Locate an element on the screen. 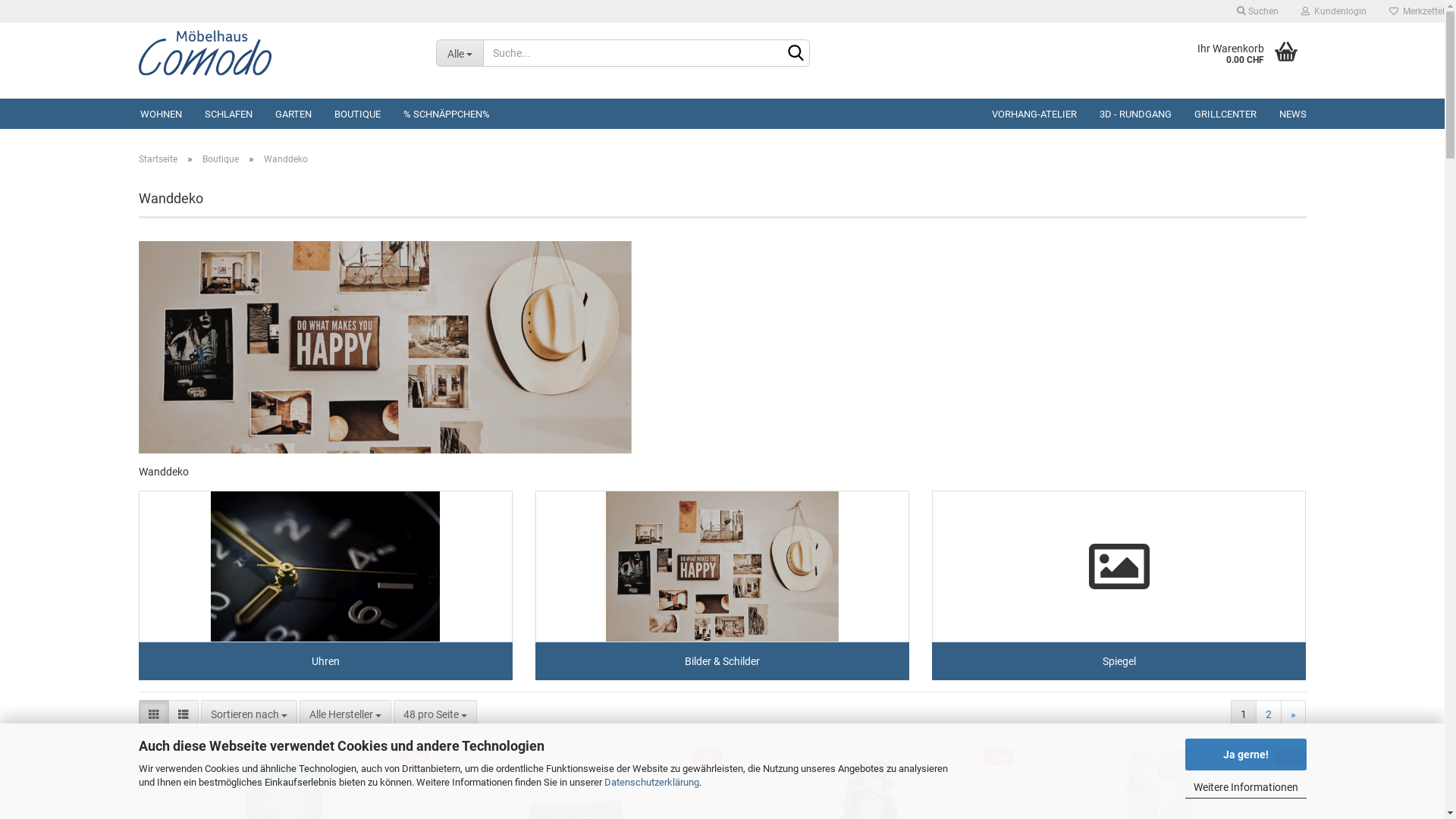 The image size is (1456, 819). 'GRILLCENTER' is located at coordinates (1182, 113).